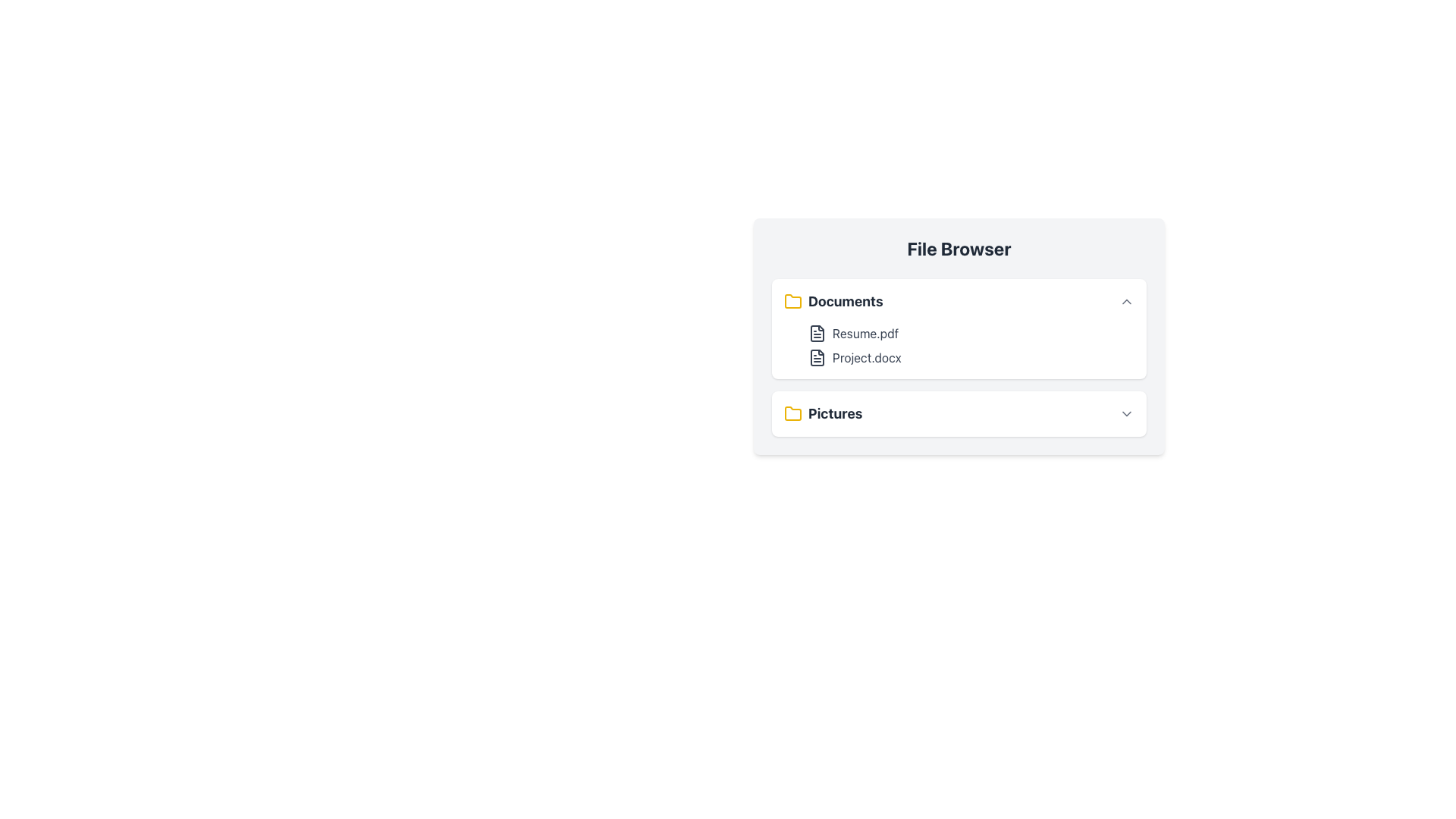  I want to click on the collapse icon located at the far right side of the 'Documents' section to hide its contents, so click(1127, 301).